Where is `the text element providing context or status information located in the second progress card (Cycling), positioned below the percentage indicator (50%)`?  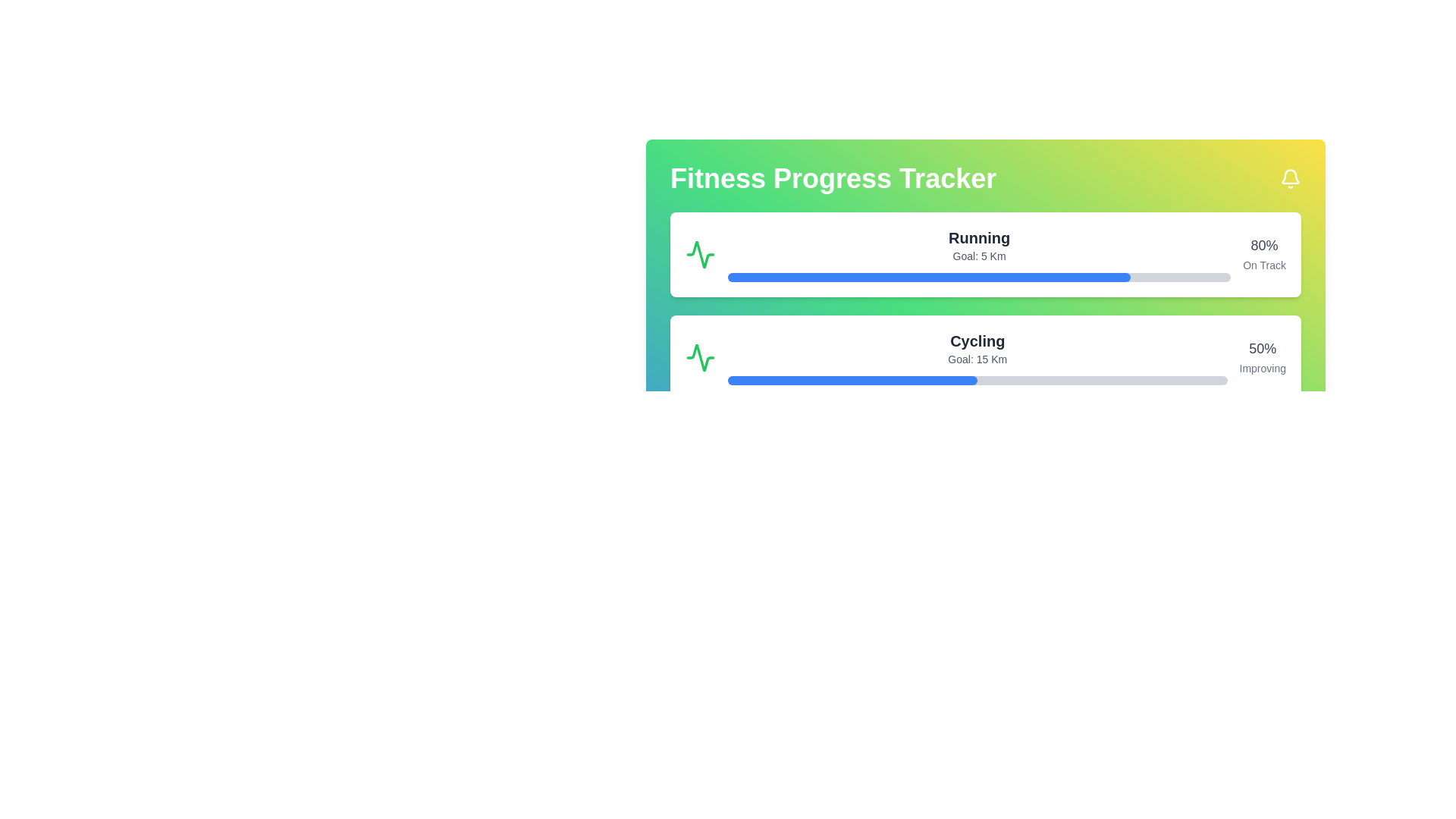
the text element providing context or status information located in the second progress card (Cycling), positioned below the percentage indicator (50%) is located at coordinates (1263, 369).